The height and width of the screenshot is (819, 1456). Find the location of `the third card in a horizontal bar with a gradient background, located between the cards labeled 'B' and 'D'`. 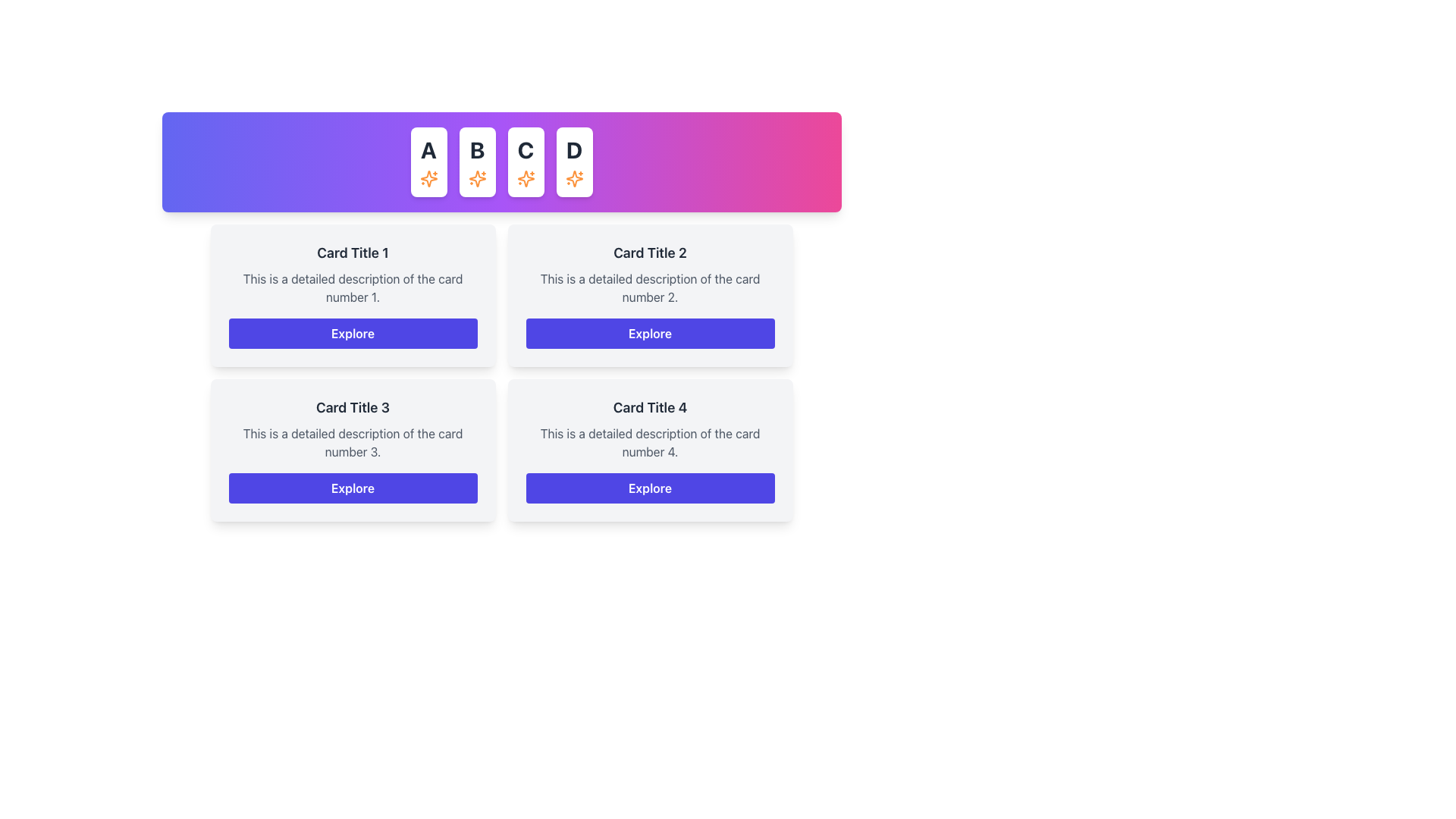

the third card in a horizontal bar with a gradient background, located between the cards labeled 'B' and 'D' is located at coordinates (526, 162).